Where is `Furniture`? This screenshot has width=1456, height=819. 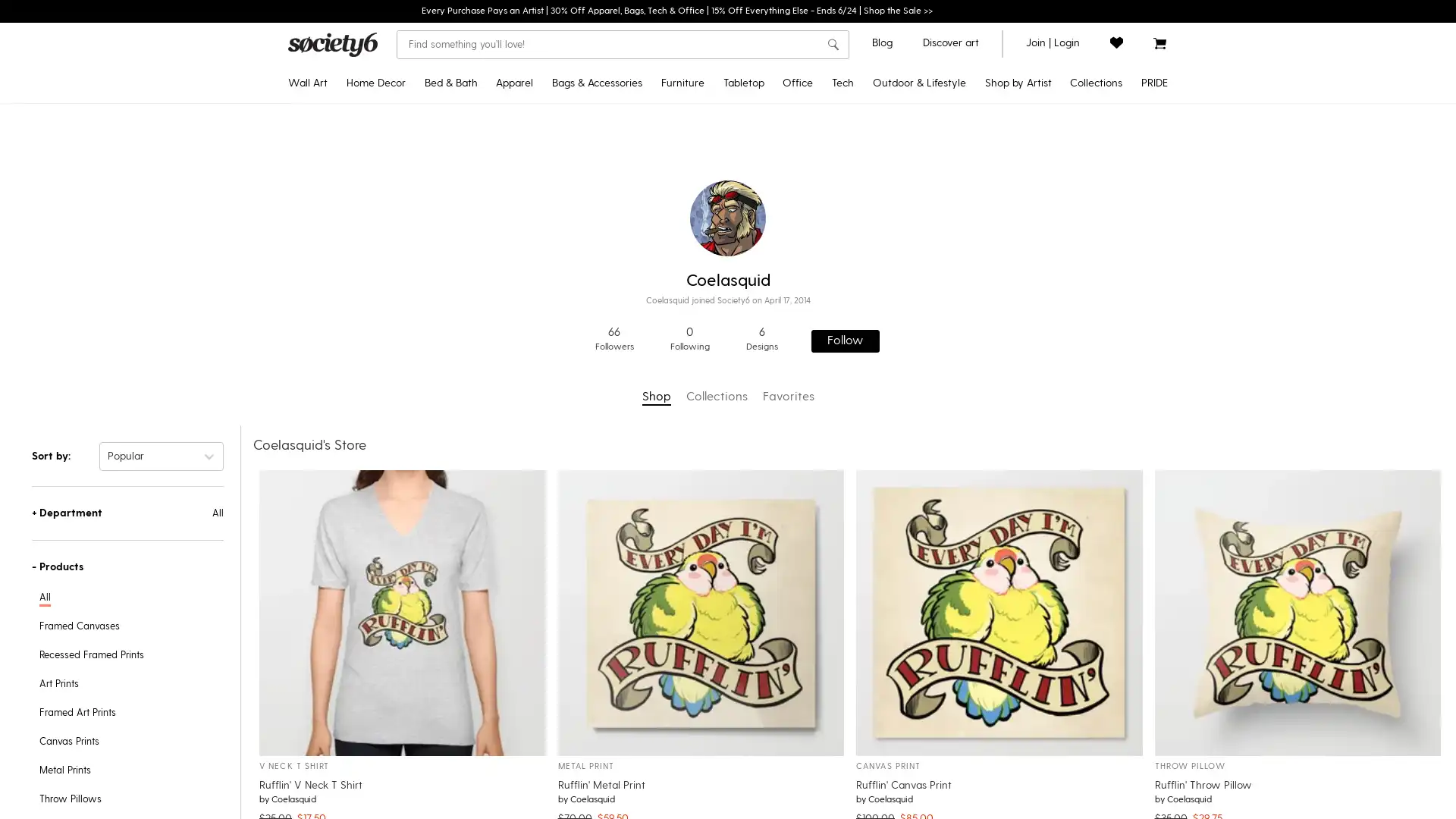
Furniture is located at coordinates (681, 83).